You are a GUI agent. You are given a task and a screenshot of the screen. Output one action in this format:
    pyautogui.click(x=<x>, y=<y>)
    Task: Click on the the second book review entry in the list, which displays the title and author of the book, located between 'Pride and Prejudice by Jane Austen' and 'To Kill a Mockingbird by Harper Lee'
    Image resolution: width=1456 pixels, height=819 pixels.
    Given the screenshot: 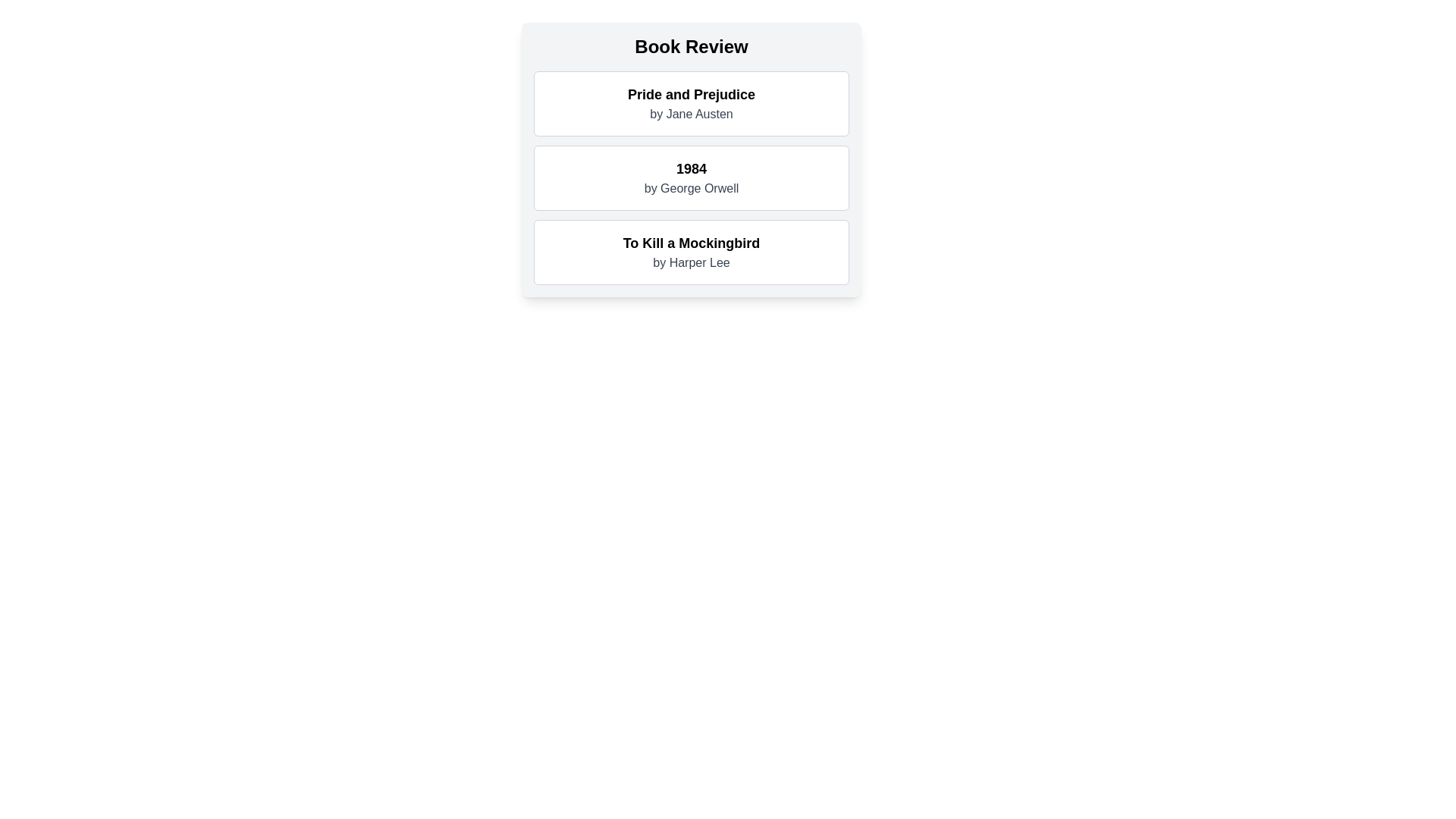 What is the action you would take?
    pyautogui.click(x=691, y=177)
    